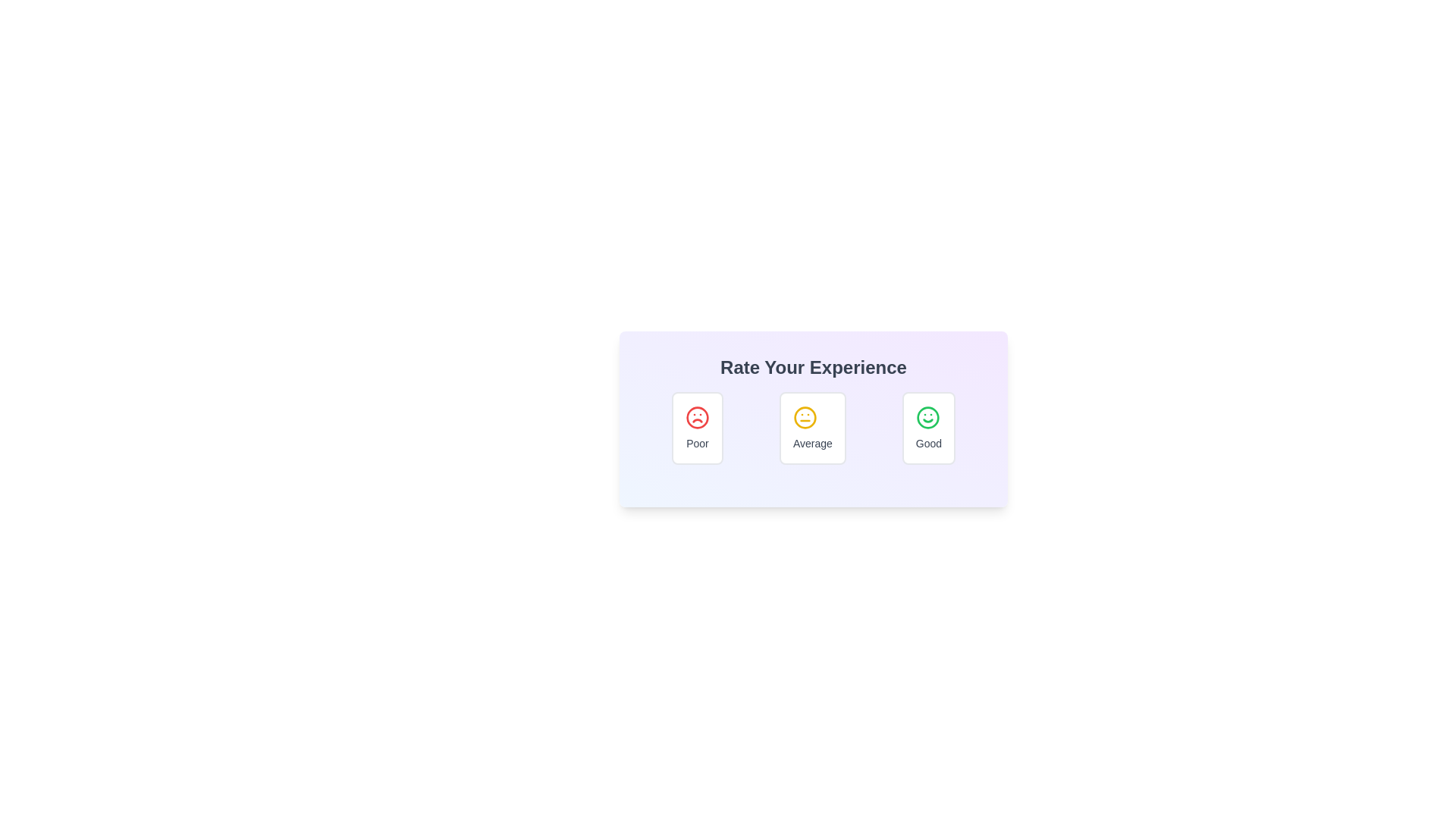 The width and height of the screenshot is (1456, 819). Describe the element at coordinates (927, 418) in the screenshot. I see `the smiley icon representing the 'Good' sentiment option, which is located in the rightmost column of a three-element row within a rating group` at that location.